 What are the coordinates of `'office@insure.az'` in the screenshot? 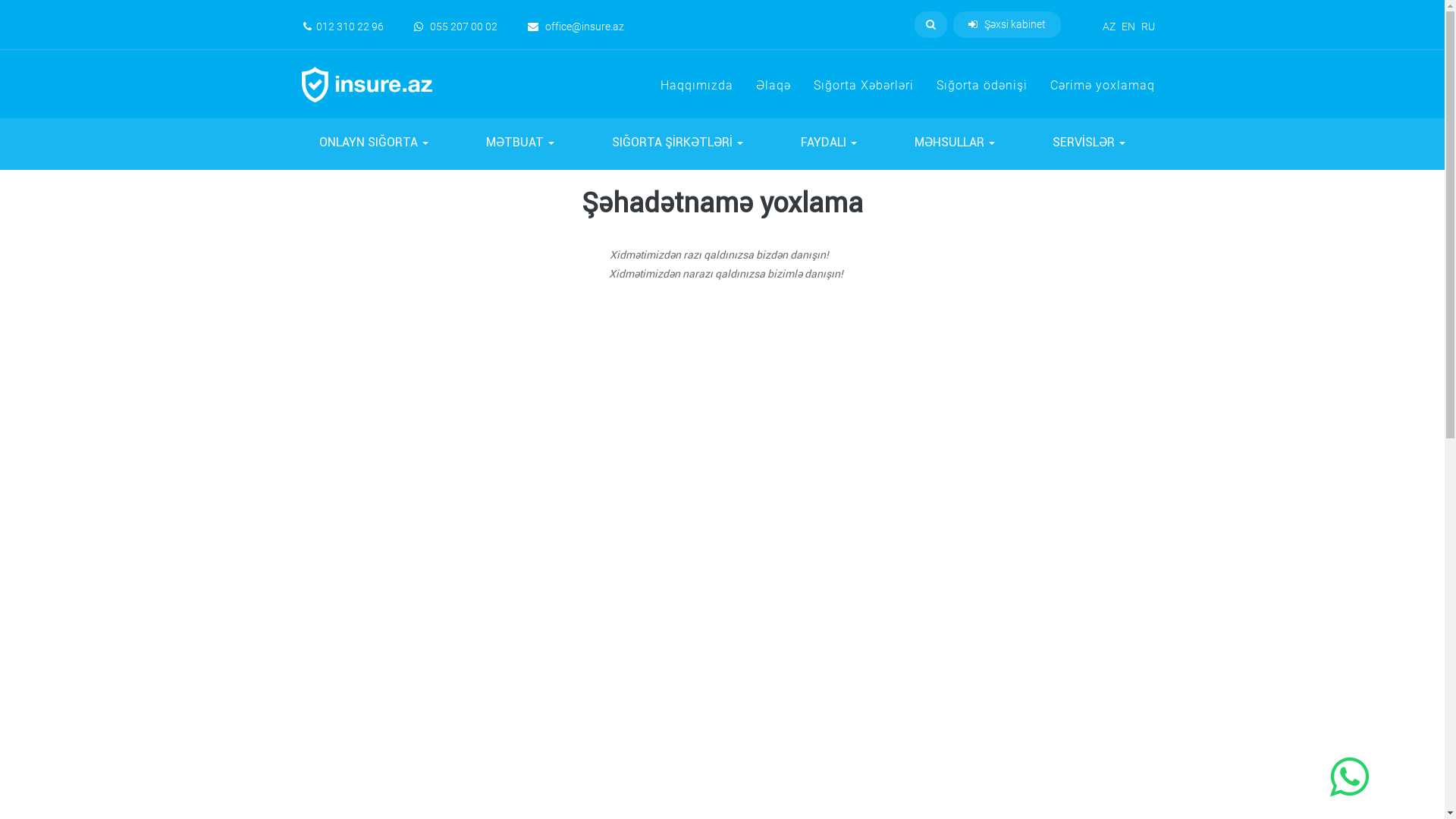 It's located at (575, 26).